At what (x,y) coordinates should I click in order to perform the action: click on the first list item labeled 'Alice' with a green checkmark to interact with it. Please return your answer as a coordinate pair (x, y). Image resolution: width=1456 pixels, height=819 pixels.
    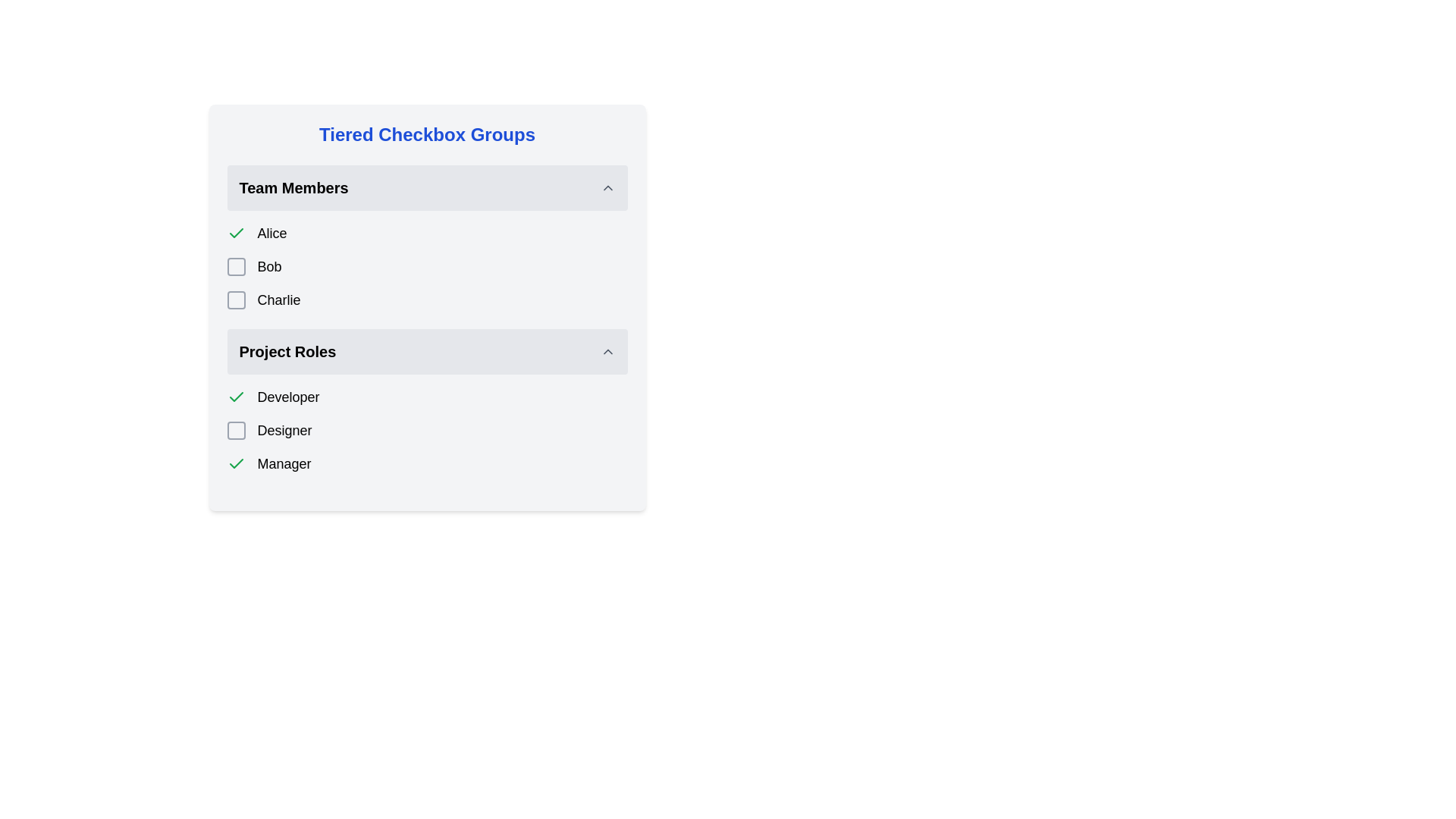
    Looking at the image, I should click on (426, 234).